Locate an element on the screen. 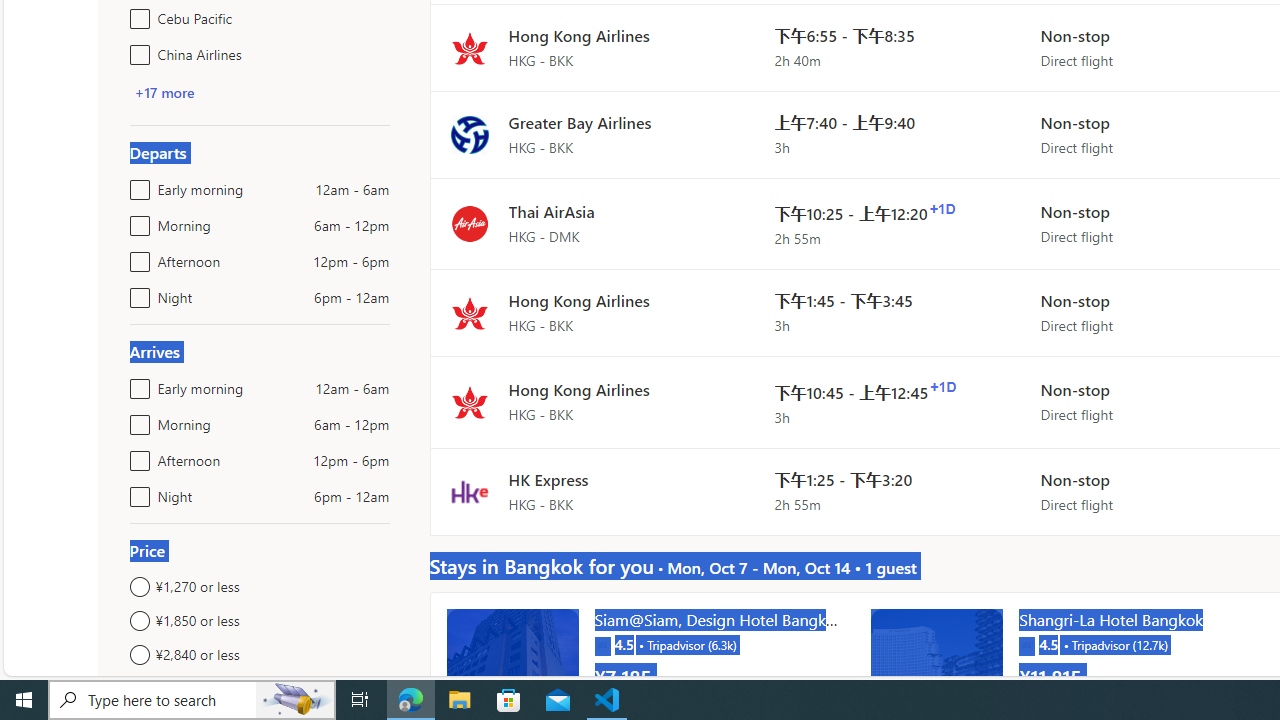 The height and width of the screenshot is (720, 1280). 'Flight logo' is located at coordinates (468, 491).